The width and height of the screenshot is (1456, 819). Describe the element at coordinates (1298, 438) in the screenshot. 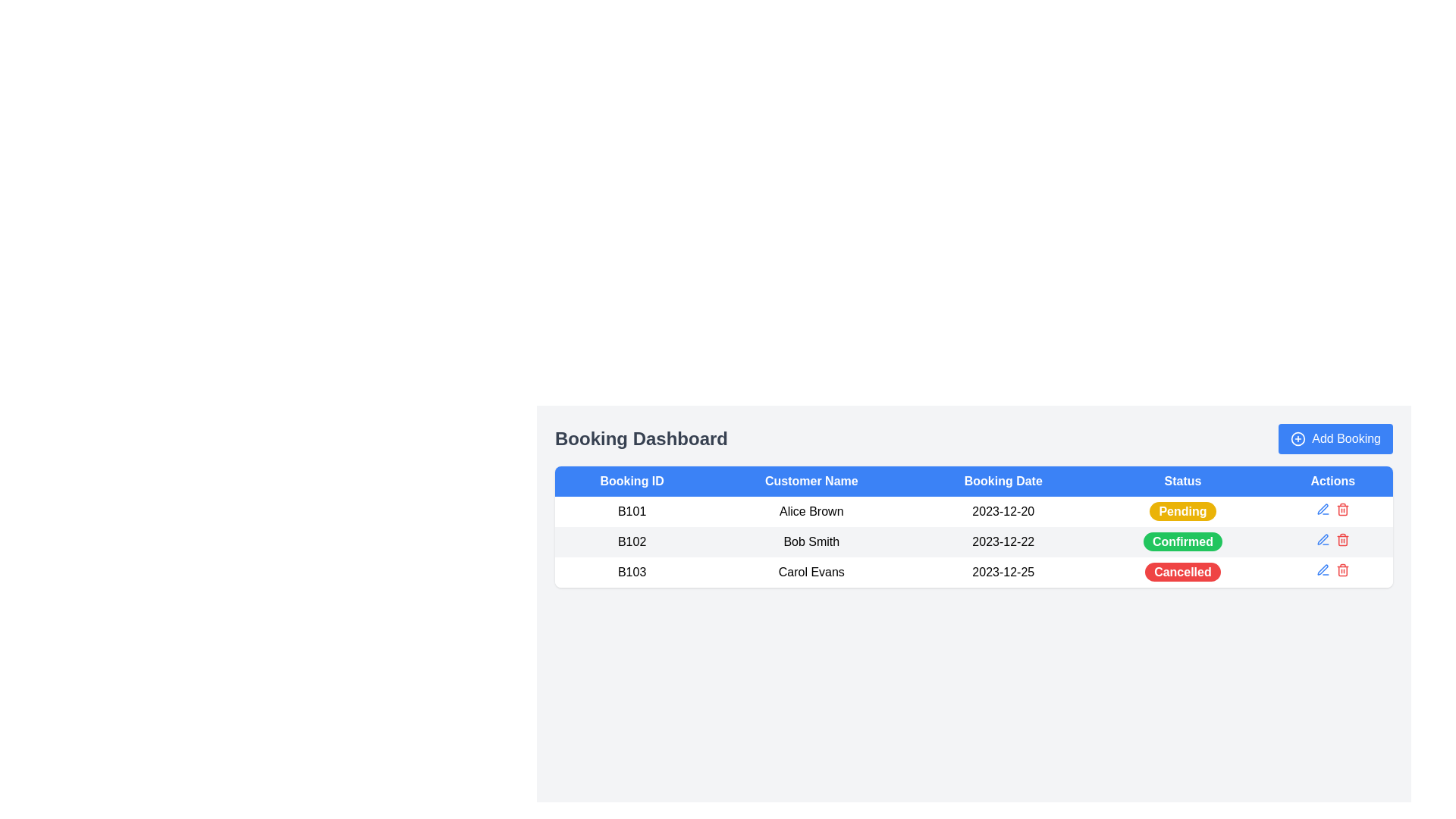

I see `the circular icon component representing the 'add' action within the 'Add Booking' button located at the top-right side of the interface` at that location.